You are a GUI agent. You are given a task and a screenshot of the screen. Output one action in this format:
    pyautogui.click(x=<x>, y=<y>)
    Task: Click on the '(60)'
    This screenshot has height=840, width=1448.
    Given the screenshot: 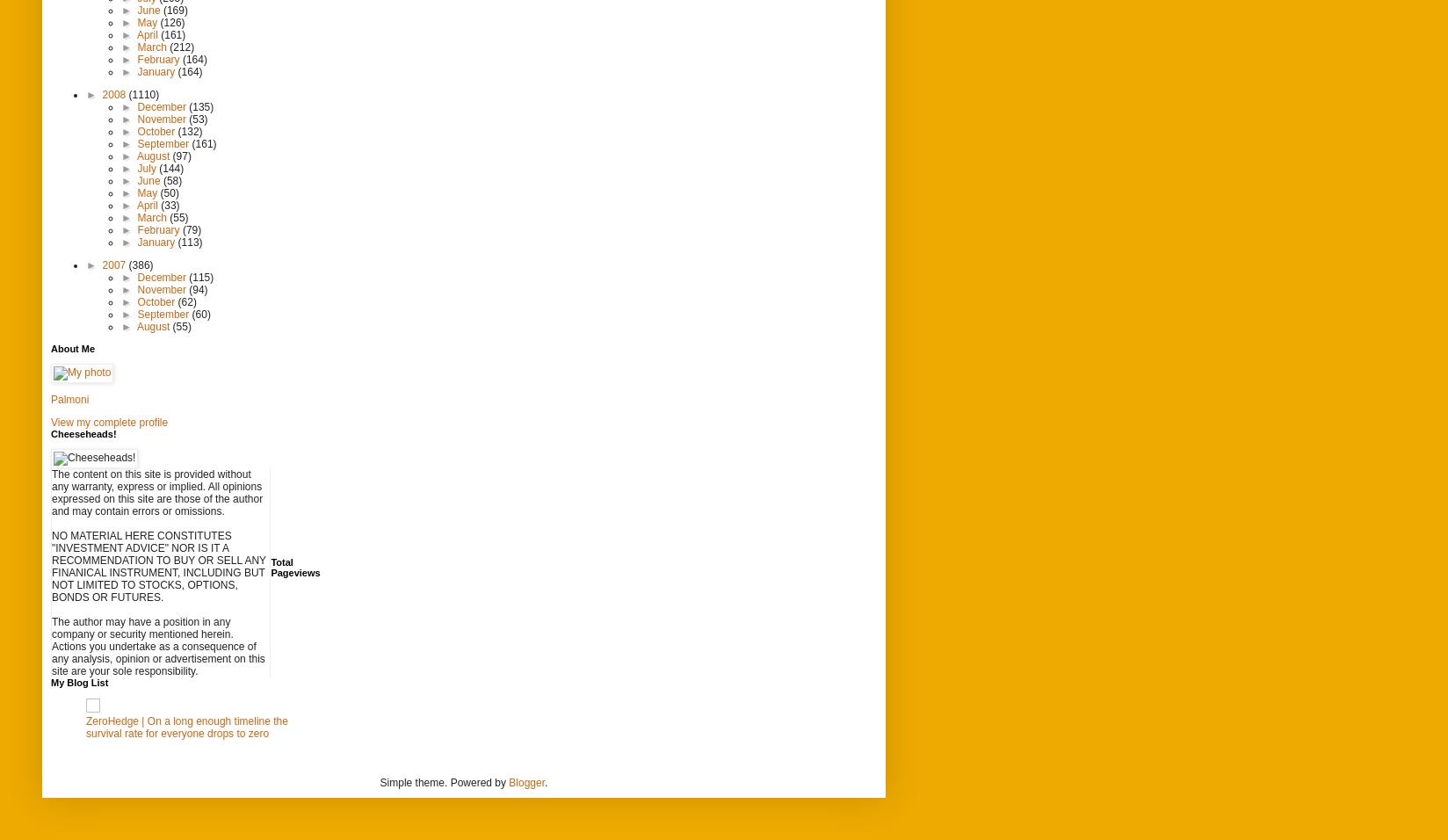 What is the action you would take?
    pyautogui.click(x=199, y=312)
    